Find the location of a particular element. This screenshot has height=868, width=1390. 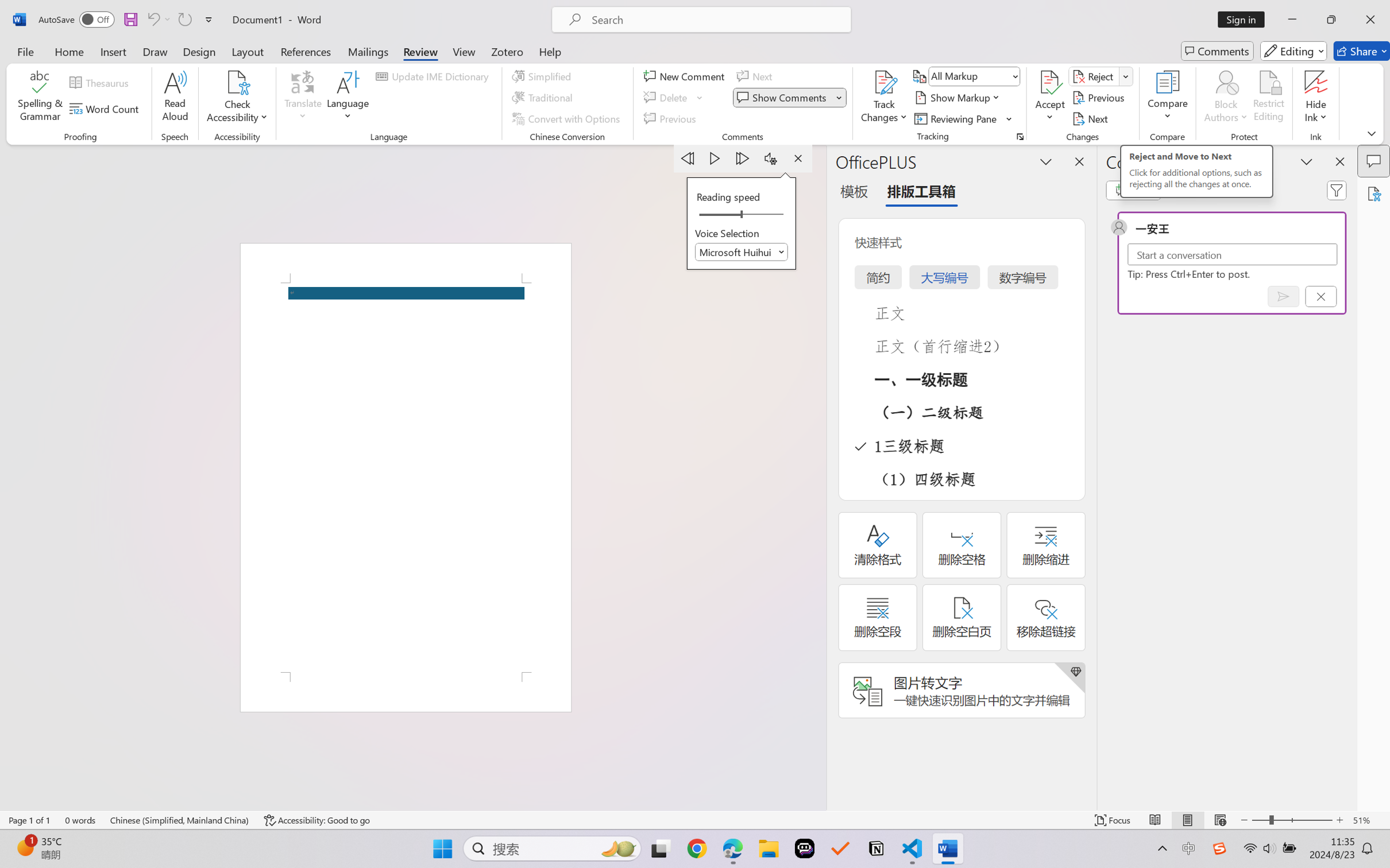

'Previous Paragraph' is located at coordinates (688, 158).